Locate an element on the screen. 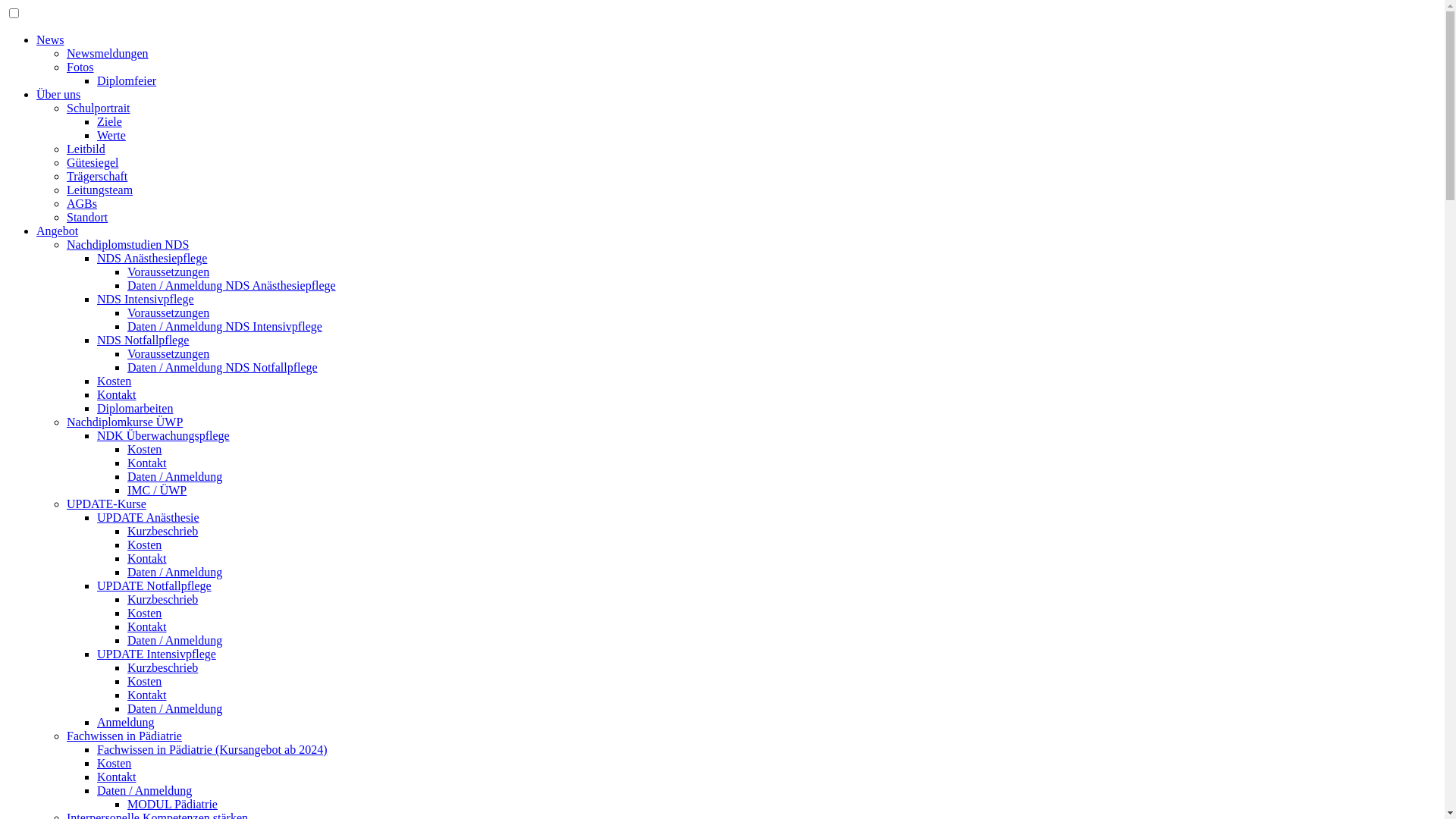 The image size is (1456, 819). 'Kosten' is located at coordinates (144, 544).